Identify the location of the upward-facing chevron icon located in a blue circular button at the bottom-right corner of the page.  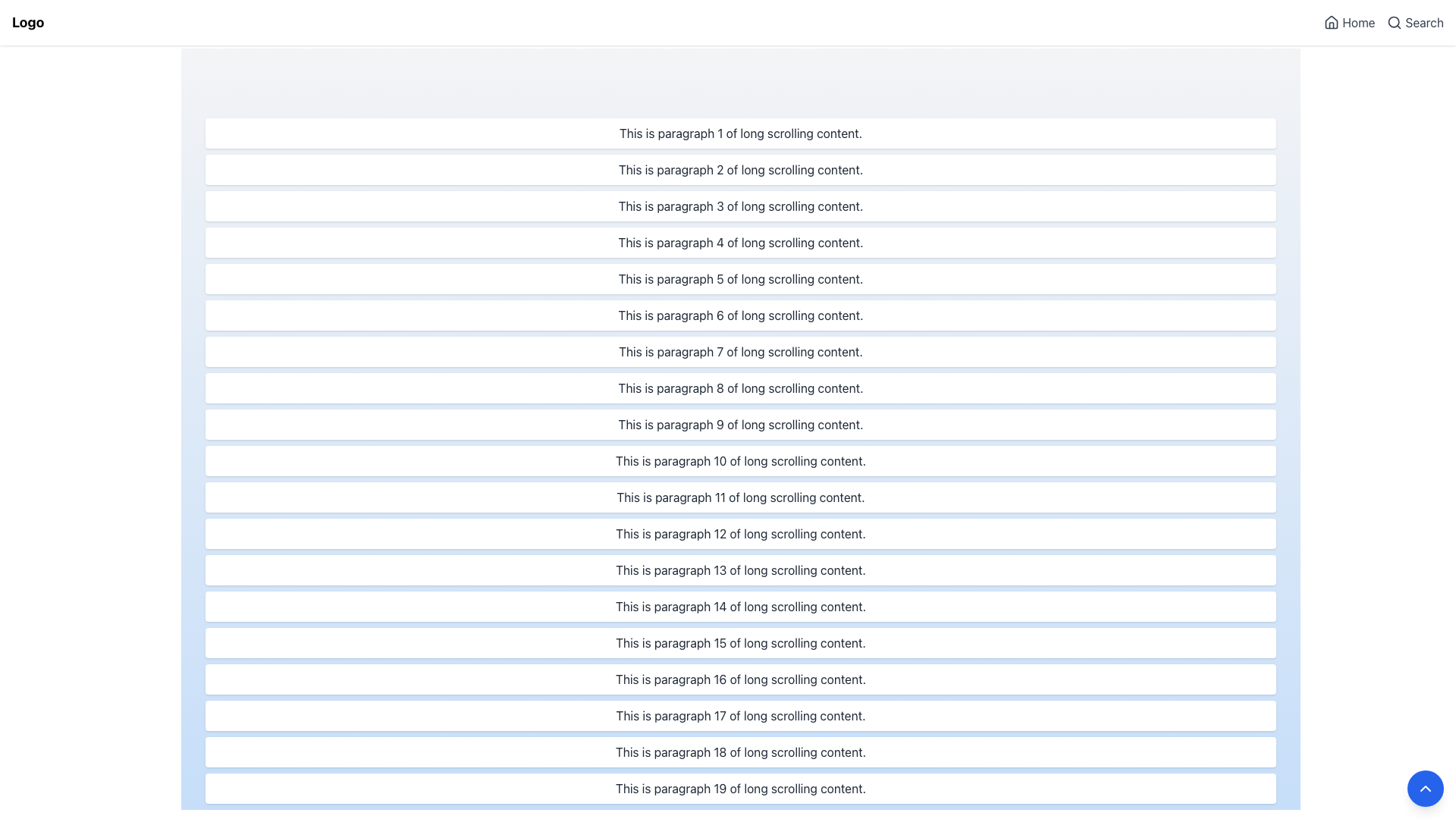
(1425, 788).